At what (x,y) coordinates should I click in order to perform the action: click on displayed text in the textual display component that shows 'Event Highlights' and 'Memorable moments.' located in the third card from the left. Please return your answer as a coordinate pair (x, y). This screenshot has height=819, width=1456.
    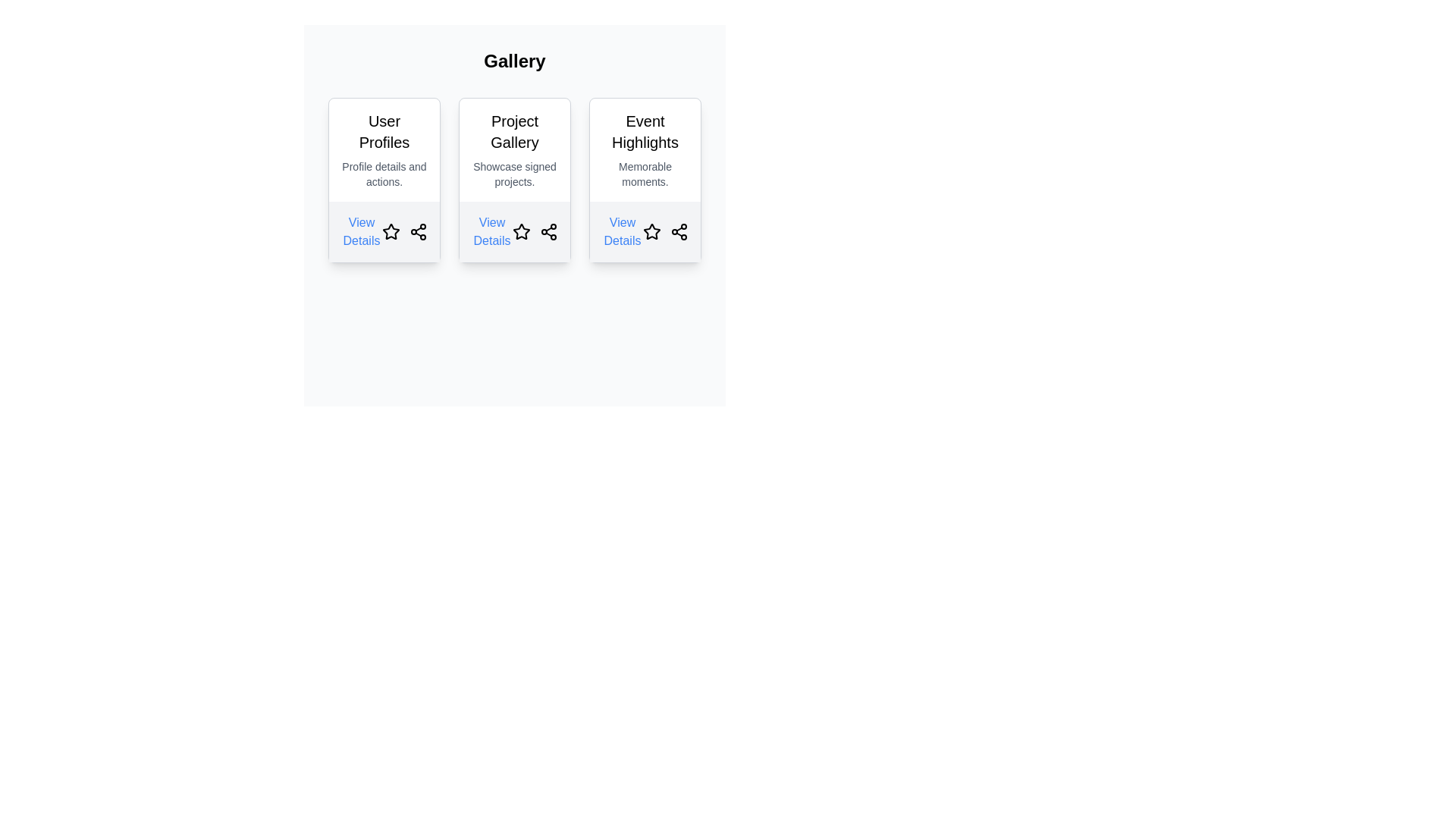
    Looking at the image, I should click on (645, 149).